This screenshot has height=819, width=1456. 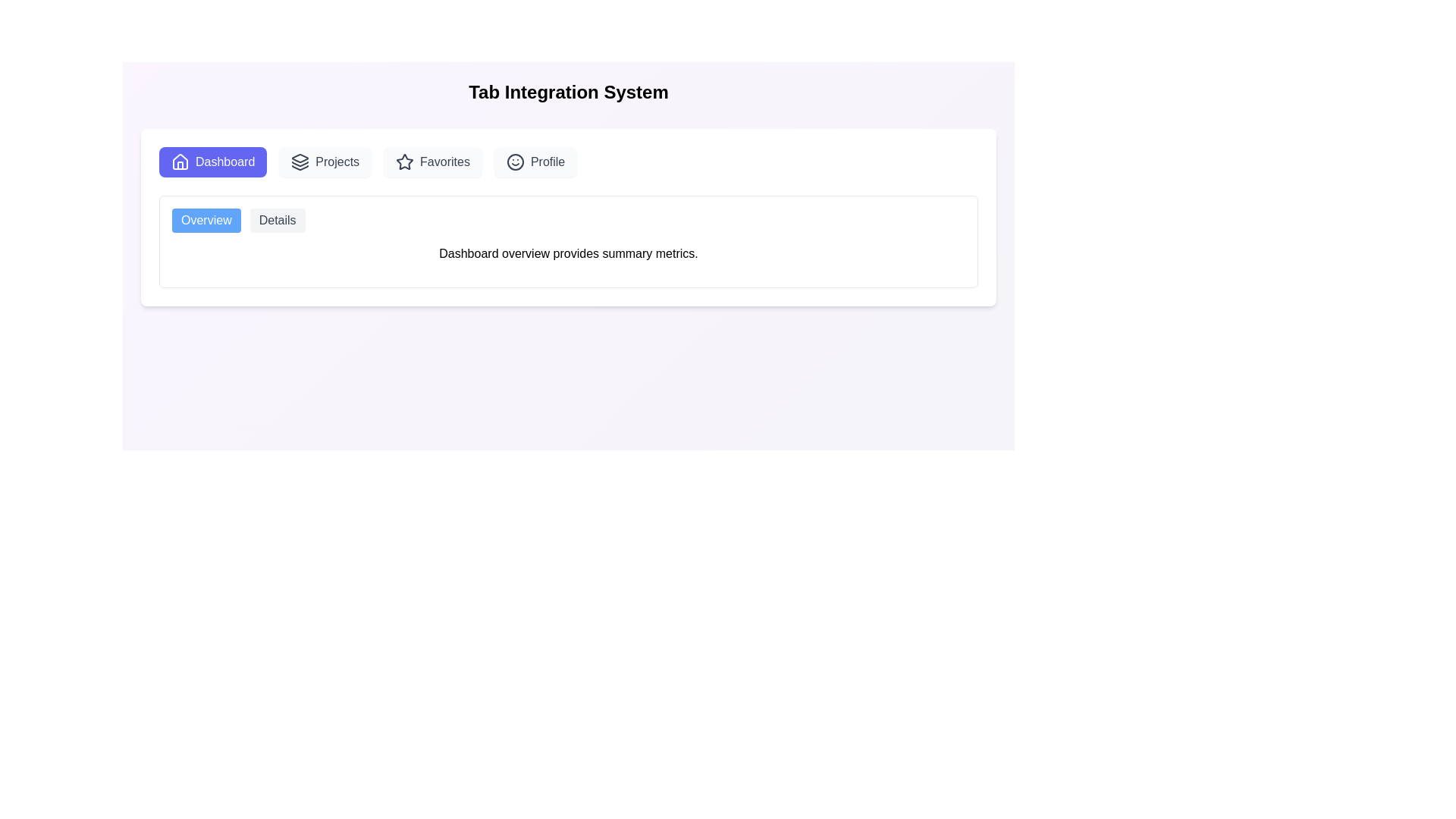 What do you see at coordinates (567, 162) in the screenshot?
I see `horizontal navigation bar with selectable tabs located directly underneath the main title 'Tab Integration System' by using developer tools` at bounding box center [567, 162].